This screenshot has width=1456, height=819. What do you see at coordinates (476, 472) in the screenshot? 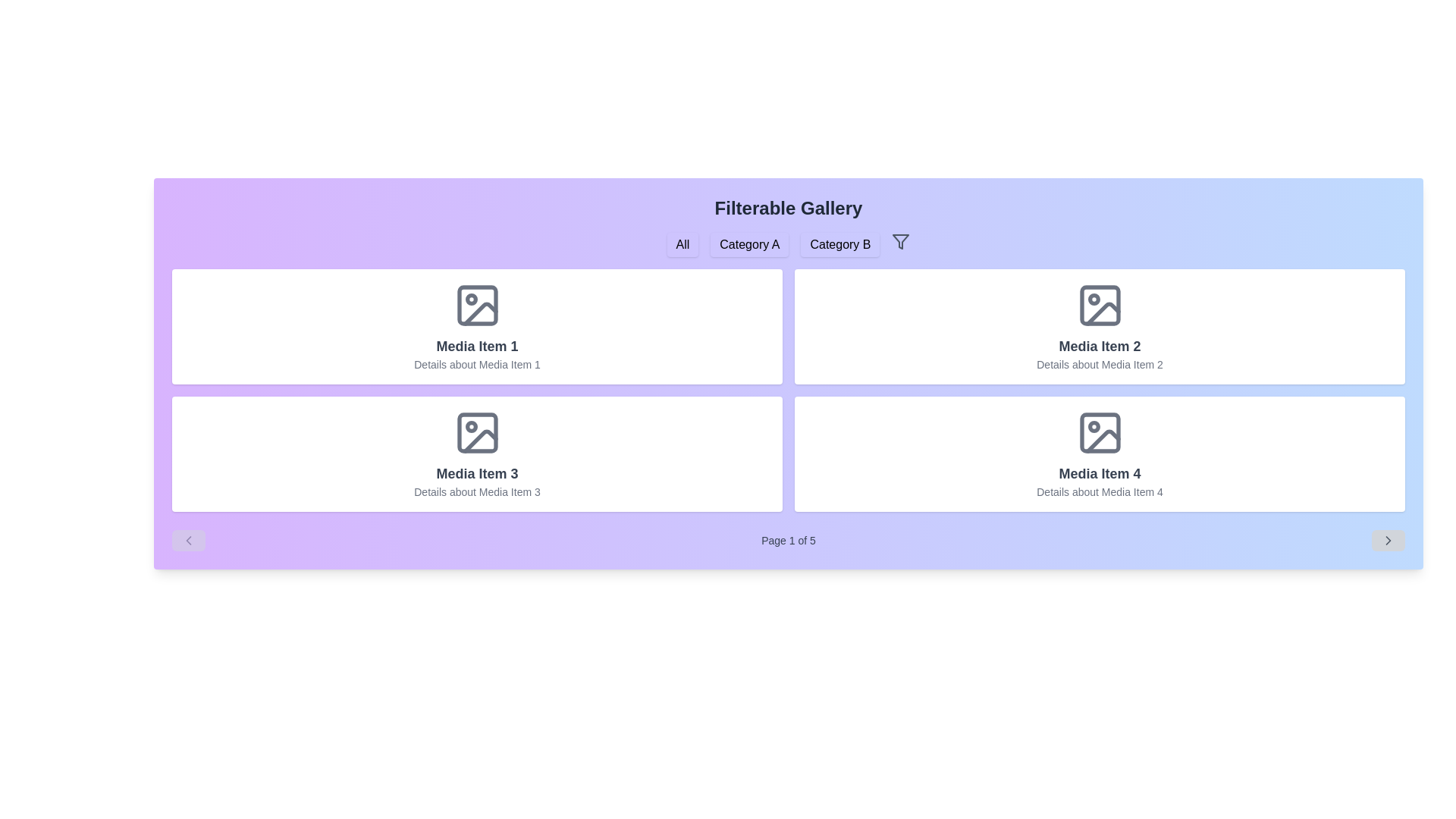
I see `the text label that serves as the title for the media item in the third card of the second row of the gallery layout` at bounding box center [476, 472].